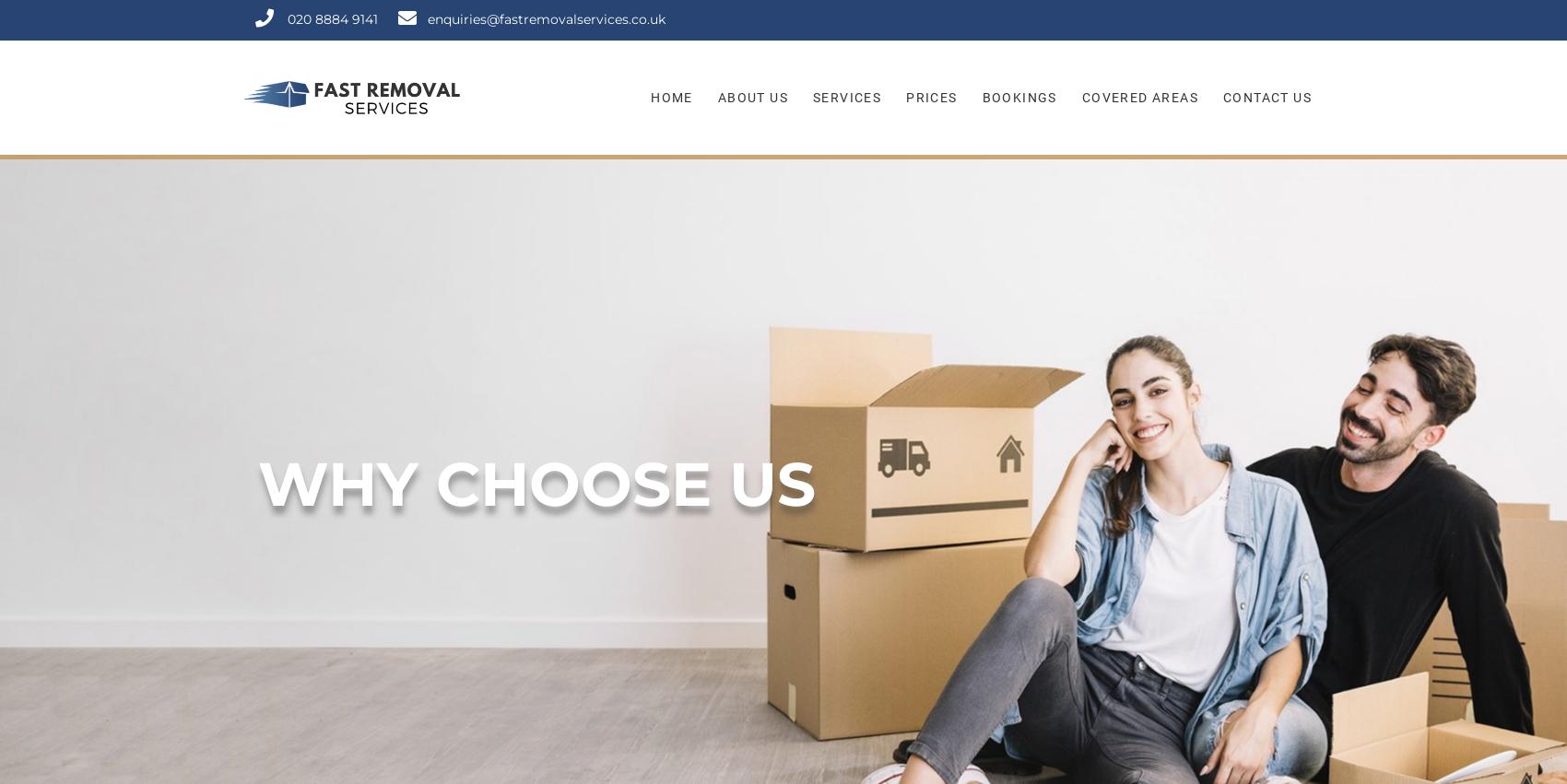 The height and width of the screenshot is (784, 1567). Describe the element at coordinates (751, 97) in the screenshot. I see `'About Us'` at that location.